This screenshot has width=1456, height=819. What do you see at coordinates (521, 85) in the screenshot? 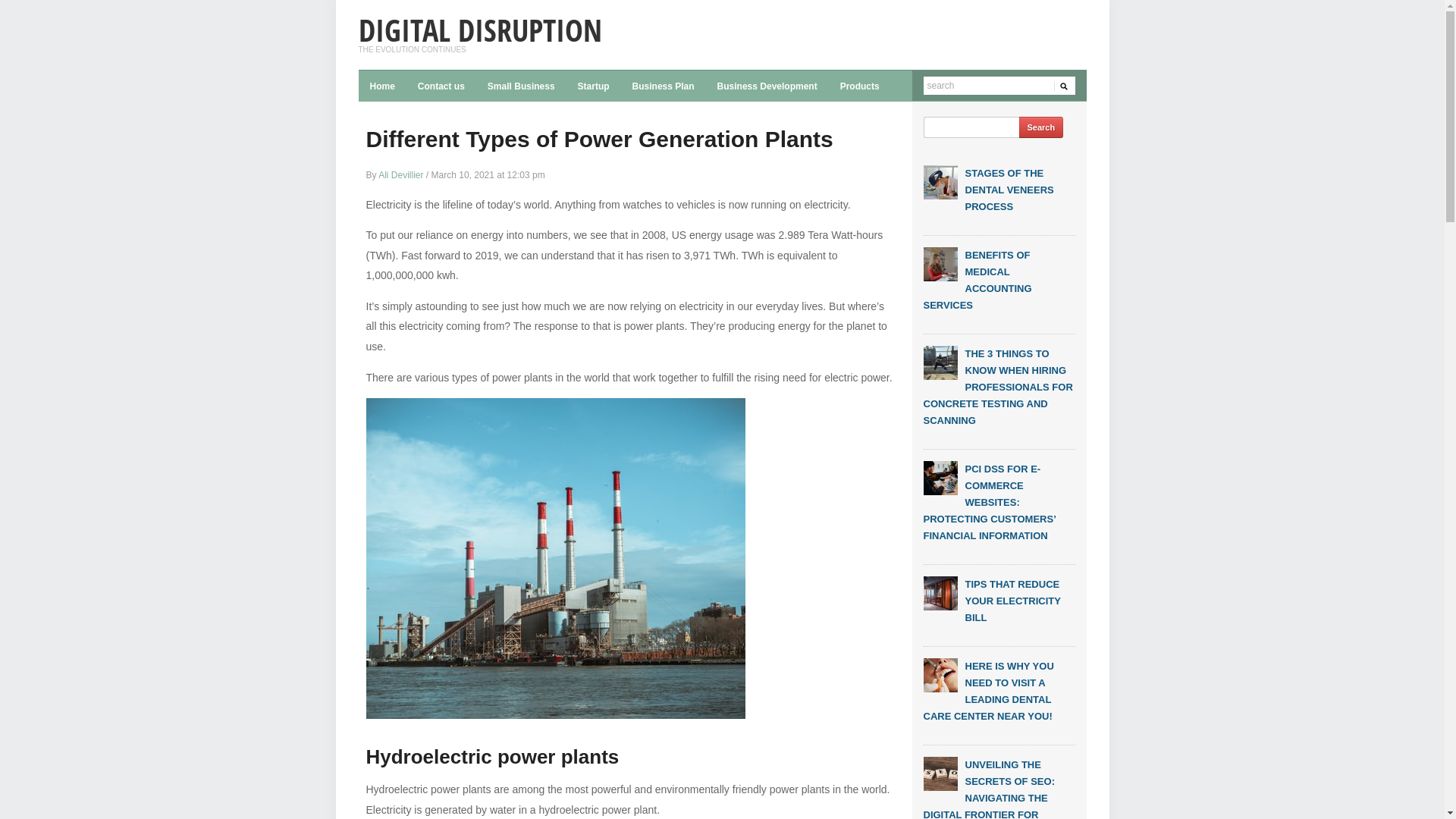
I see `'Small Business'` at bounding box center [521, 85].